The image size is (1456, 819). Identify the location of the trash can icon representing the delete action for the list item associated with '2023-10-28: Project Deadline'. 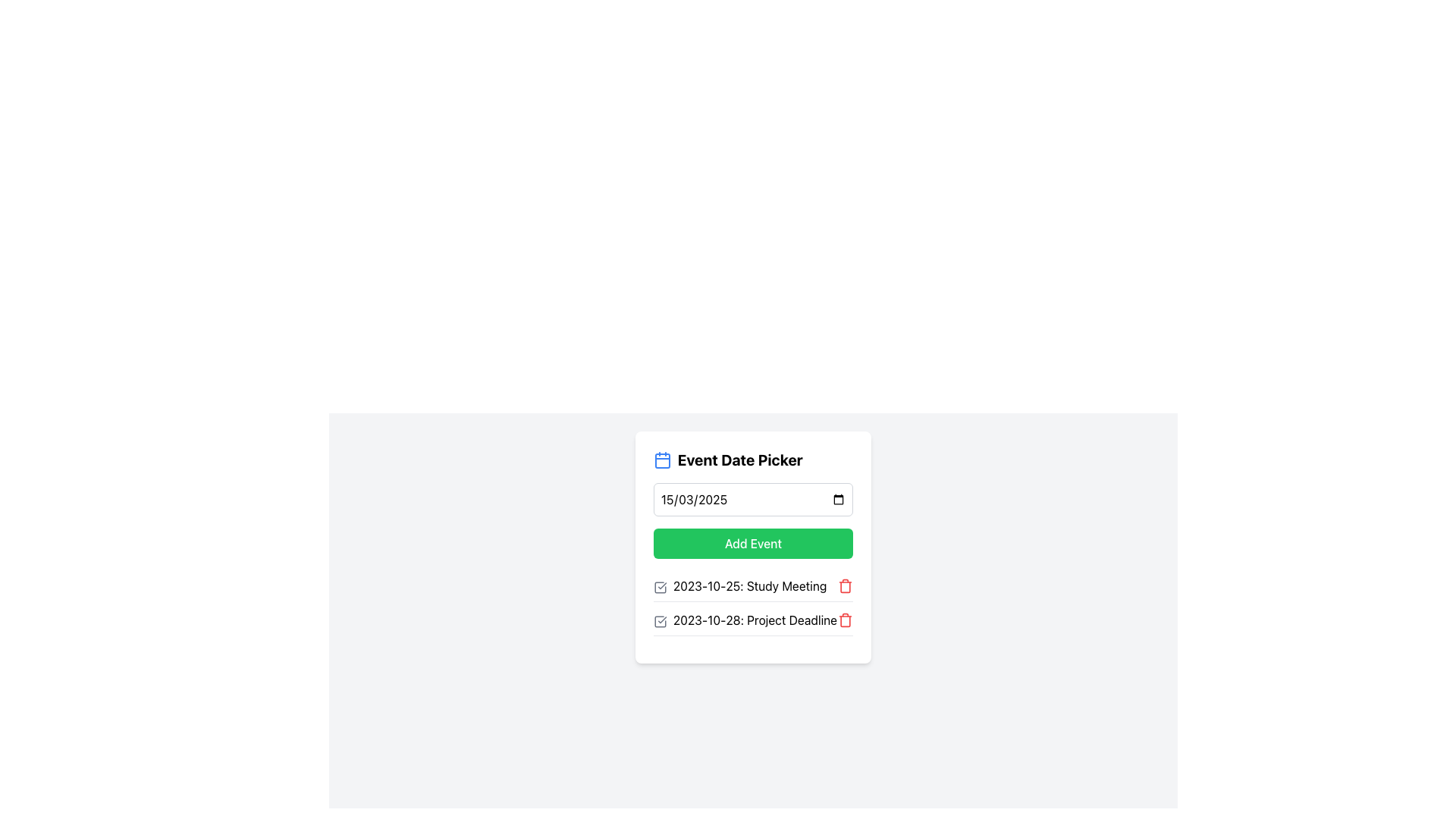
(845, 621).